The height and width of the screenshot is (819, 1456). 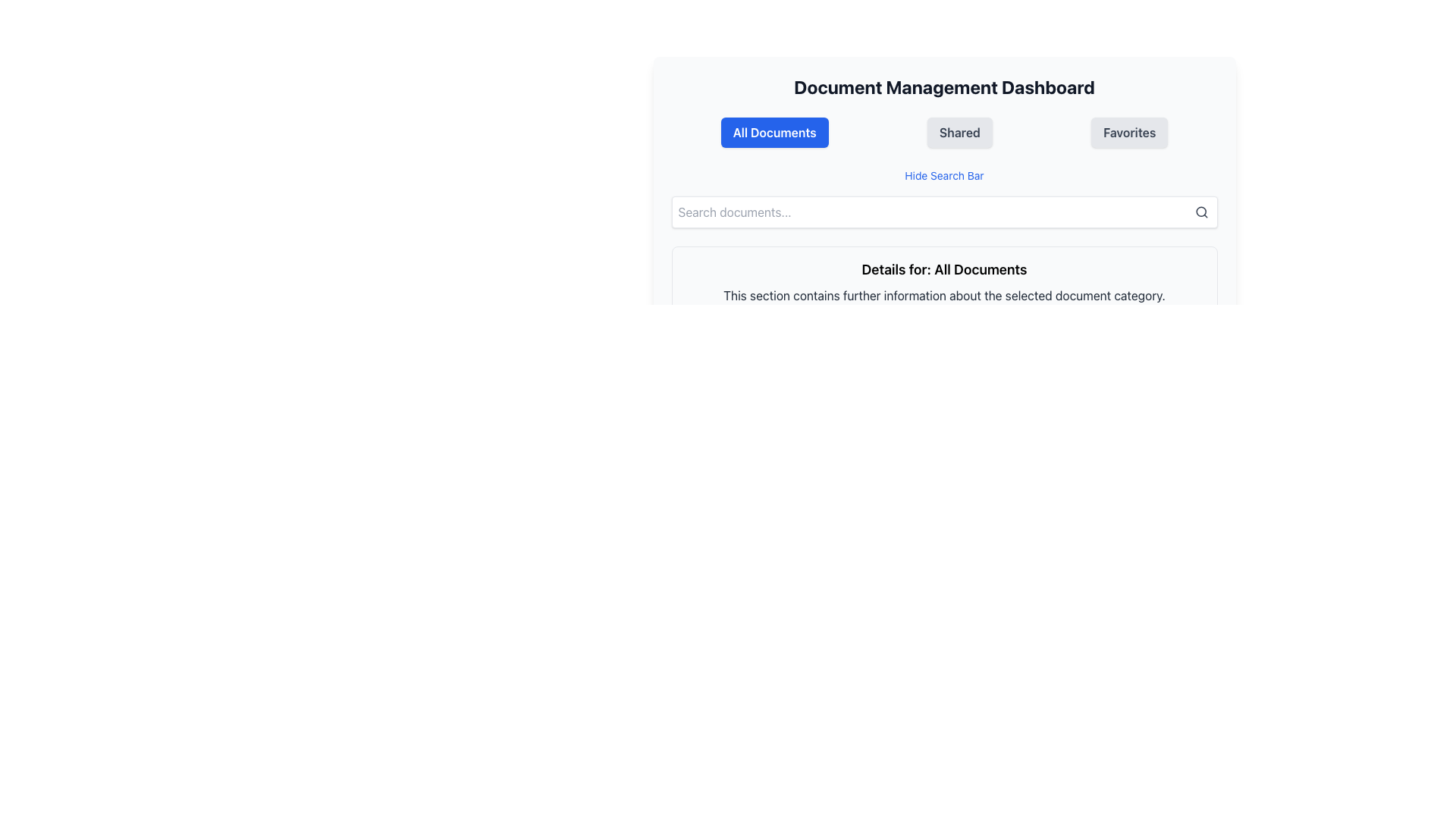 I want to click on the text element displaying the message 'This section contains further information about the selected document category.', so click(x=943, y=295).